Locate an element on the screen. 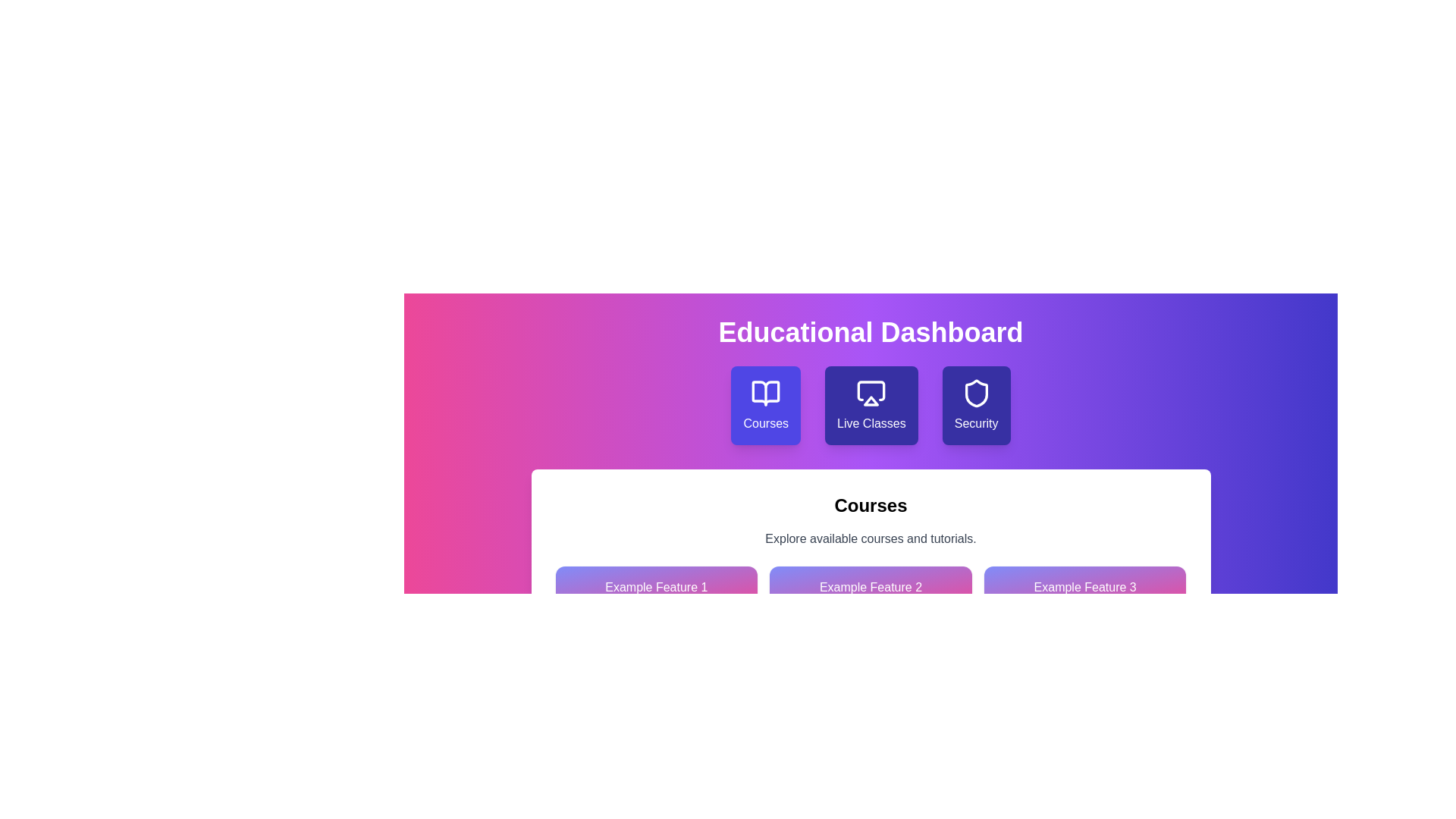  the button labeled 'Courses' to observe the visual effect is located at coordinates (765, 405).